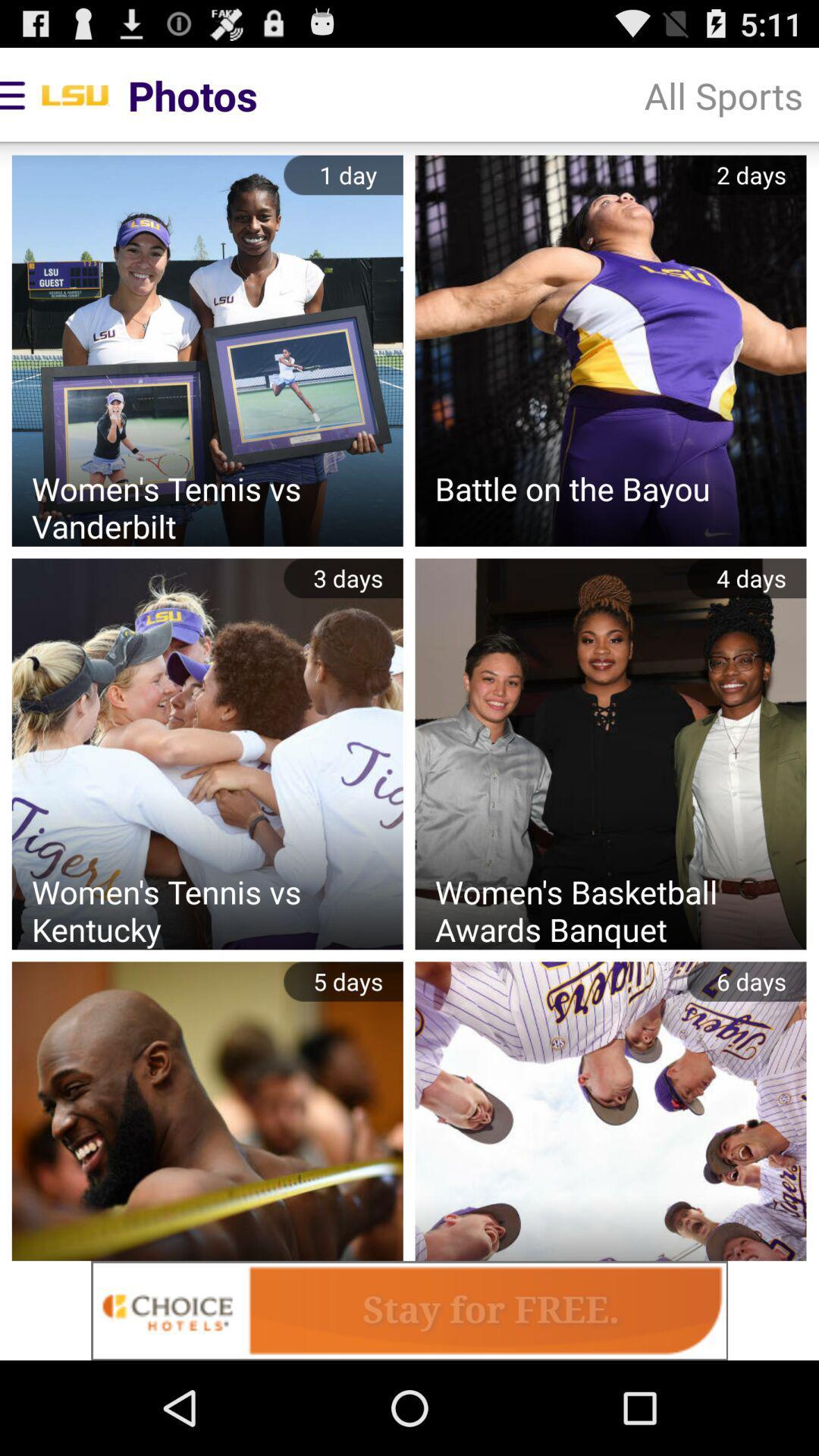  I want to click on advertisement page, so click(409, 1310).